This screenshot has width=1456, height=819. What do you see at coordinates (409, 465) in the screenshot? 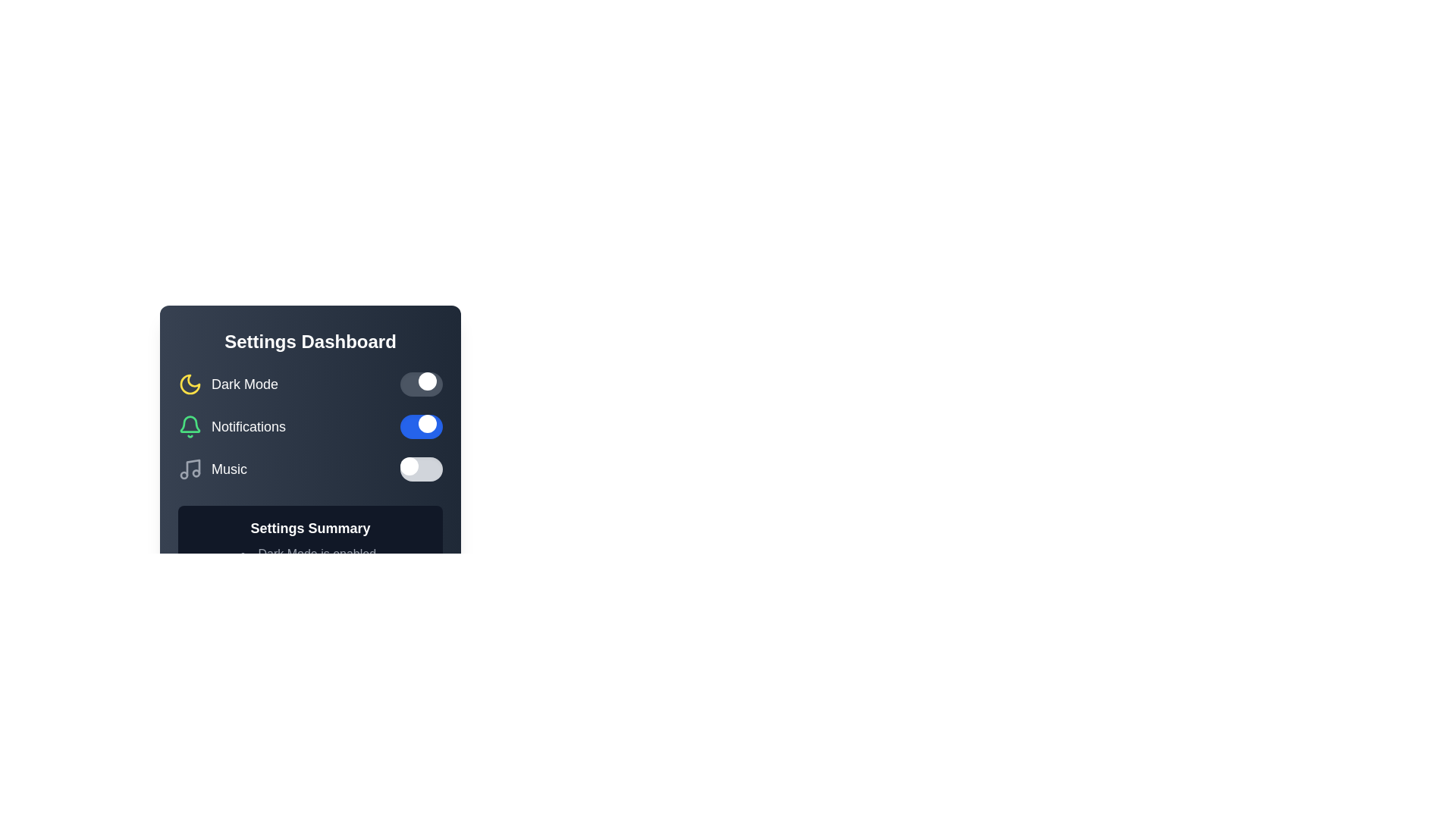
I see `the handle of the toggle switch for the 'Music' option, located at the left end of the toggle control in the 'Settings Dashboard' panel` at bounding box center [409, 465].